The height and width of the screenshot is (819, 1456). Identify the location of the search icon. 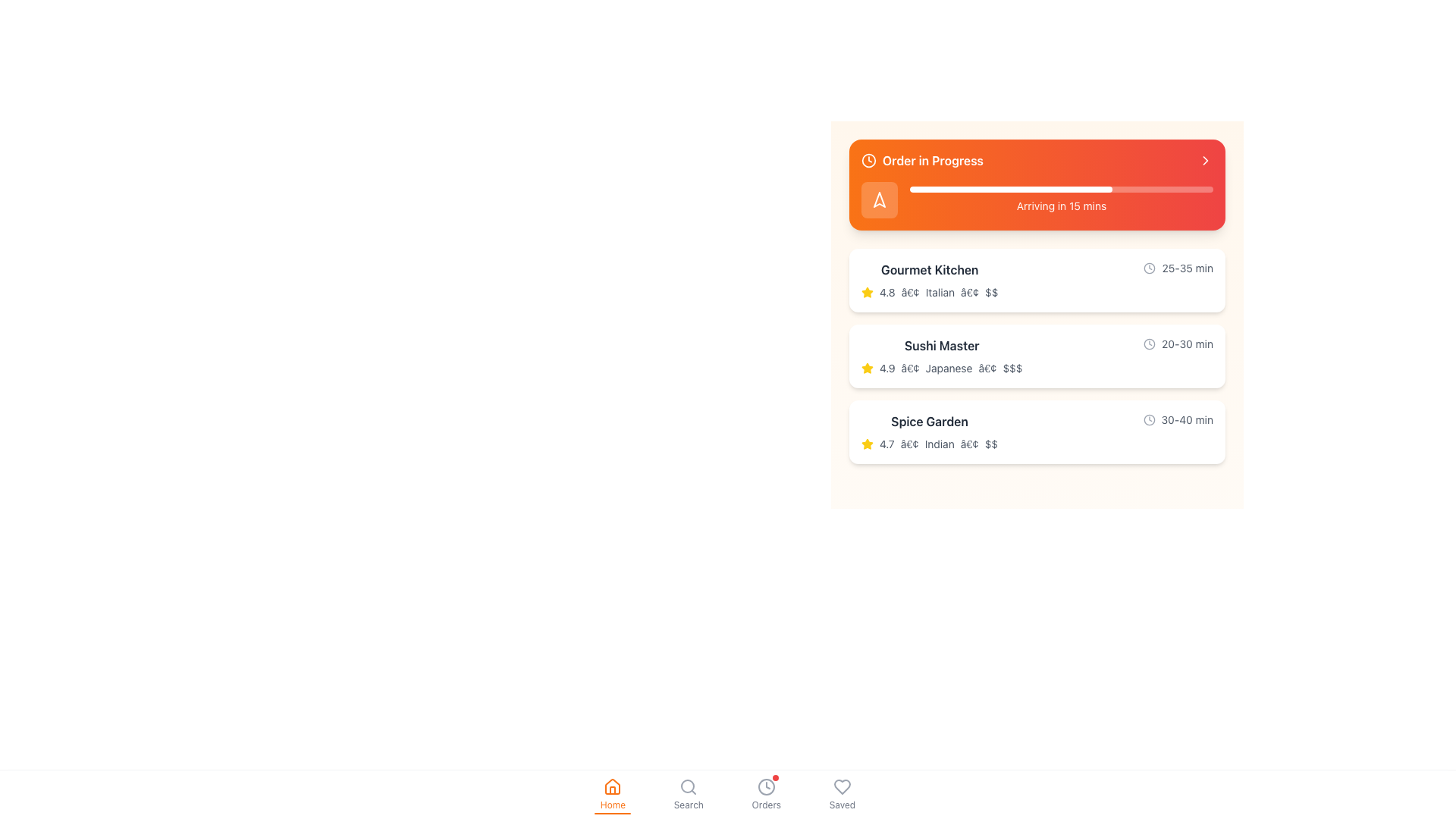
(687, 786).